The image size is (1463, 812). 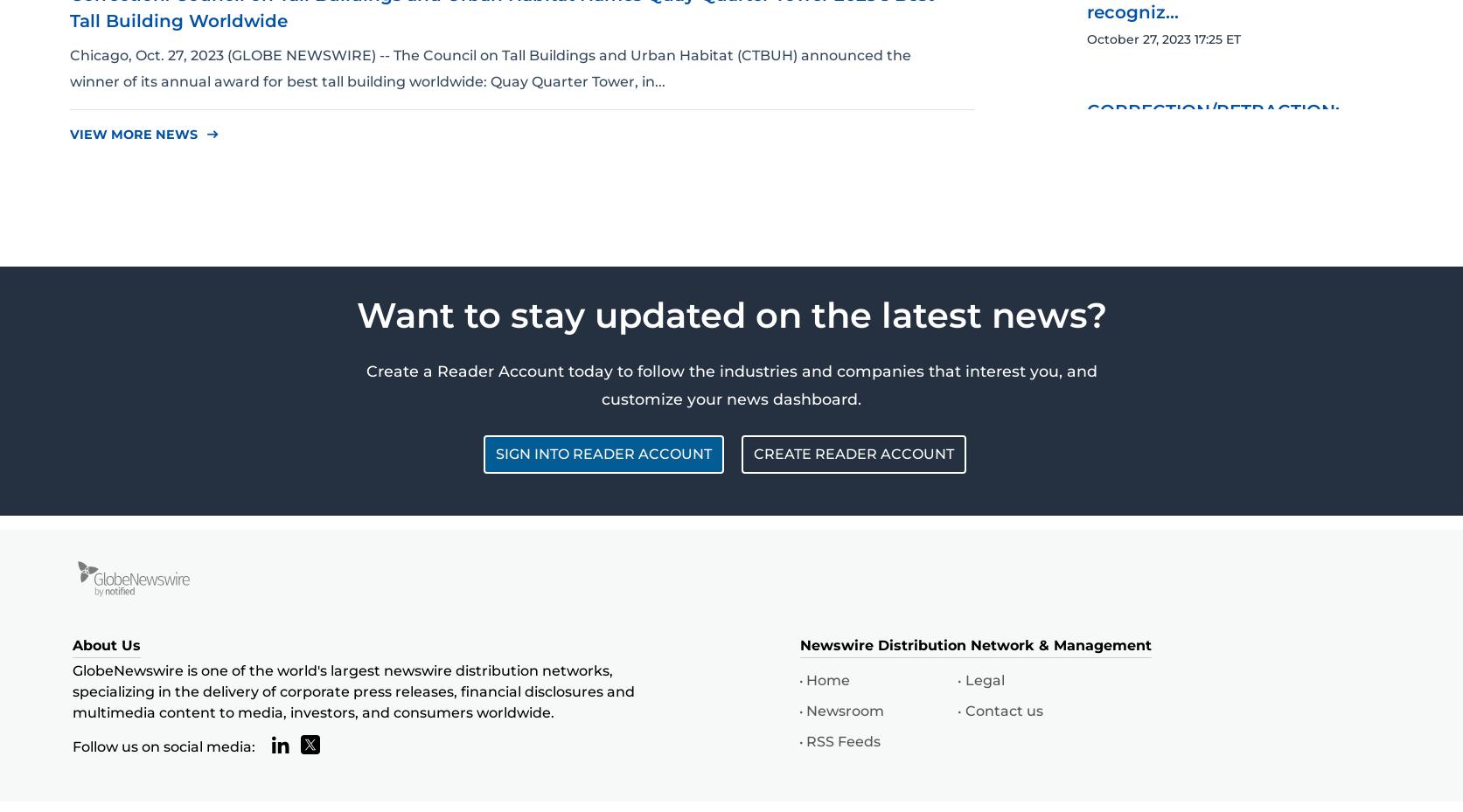 I want to click on 'GlobeNewswire is one of the world's largest newswire distribution networks, specializing in the delivery of corporate press releases, financial disclosures and multimedia content to media, investors, and consumers worldwide.', so click(x=352, y=690).